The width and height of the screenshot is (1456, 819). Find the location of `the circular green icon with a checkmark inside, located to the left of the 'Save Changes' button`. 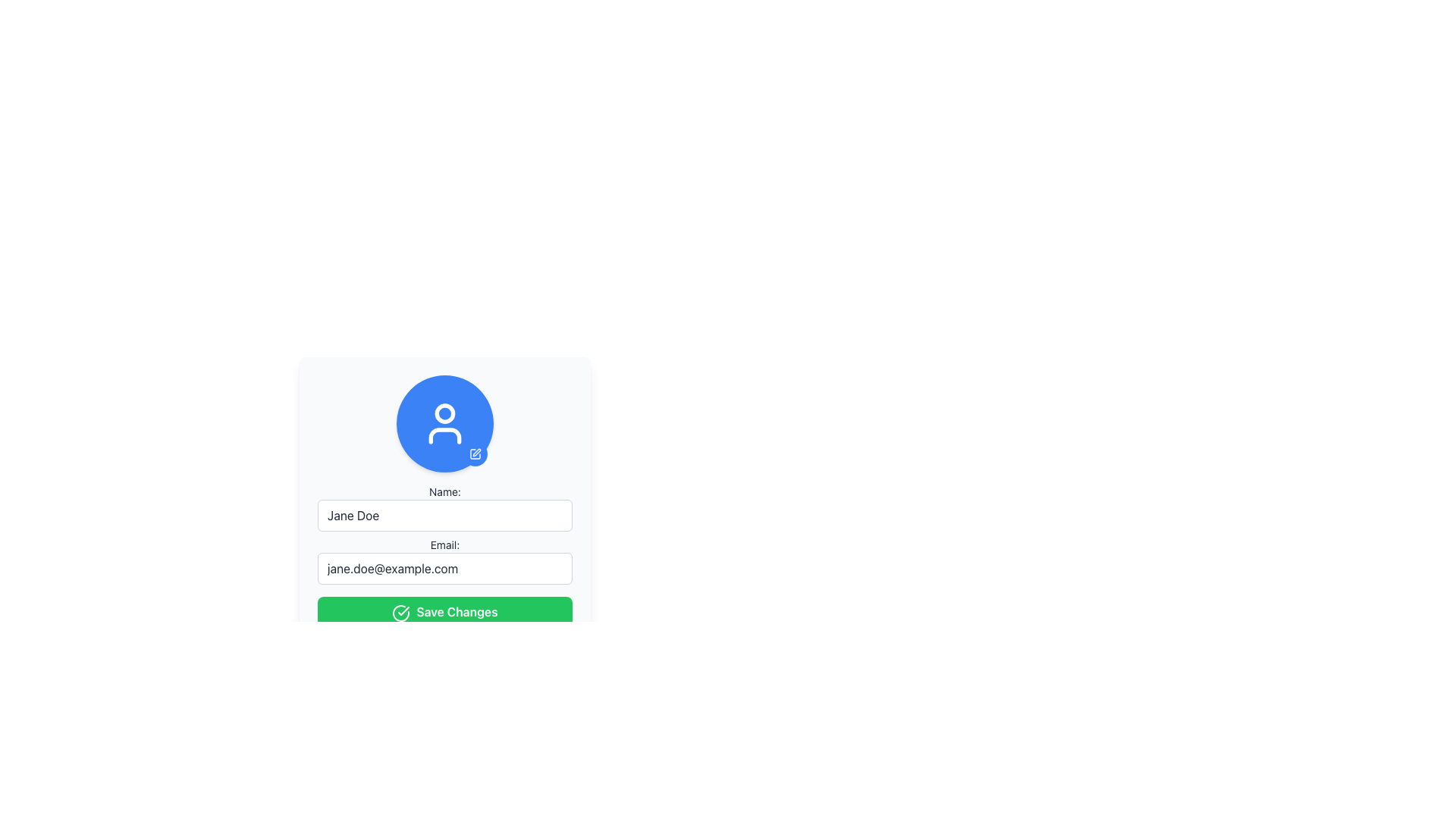

the circular green icon with a checkmark inside, located to the left of the 'Save Changes' button is located at coordinates (401, 612).